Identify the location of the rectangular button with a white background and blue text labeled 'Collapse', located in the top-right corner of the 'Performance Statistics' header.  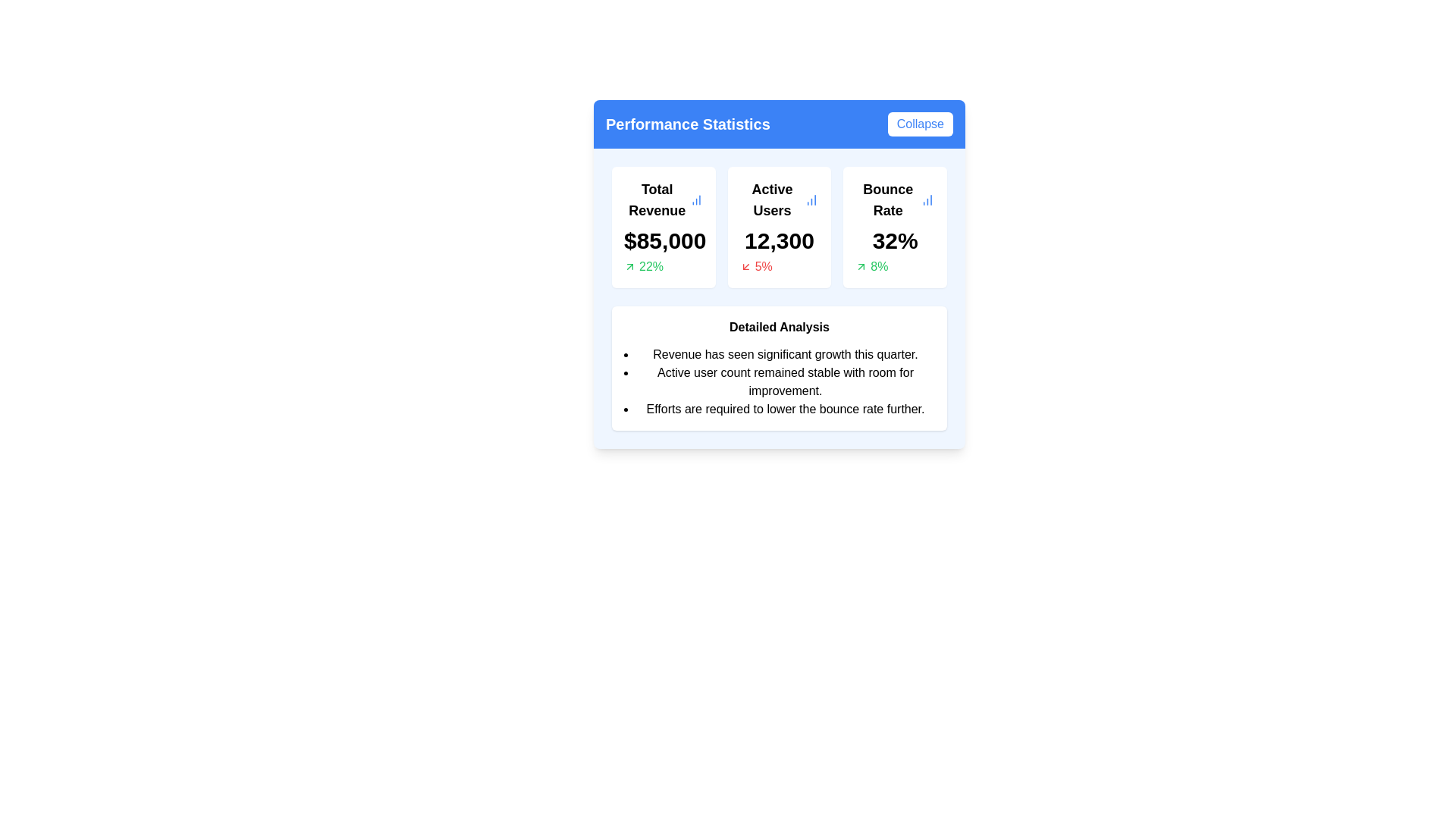
(919, 124).